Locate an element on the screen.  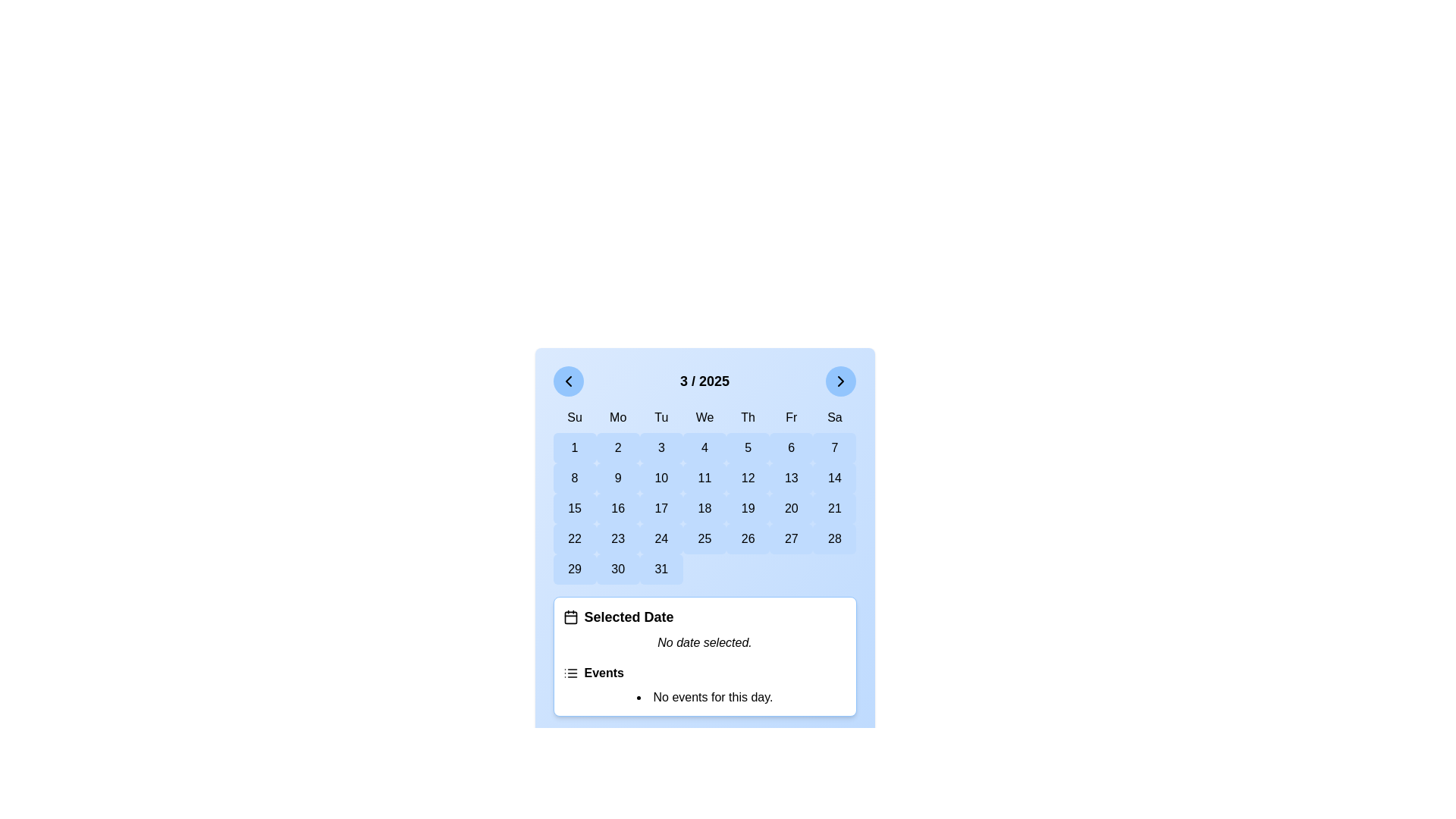
the static text label displaying 'Tu', which is the third element in the top row of weekday headers in the calendar interface is located at coordinates (661, 418).